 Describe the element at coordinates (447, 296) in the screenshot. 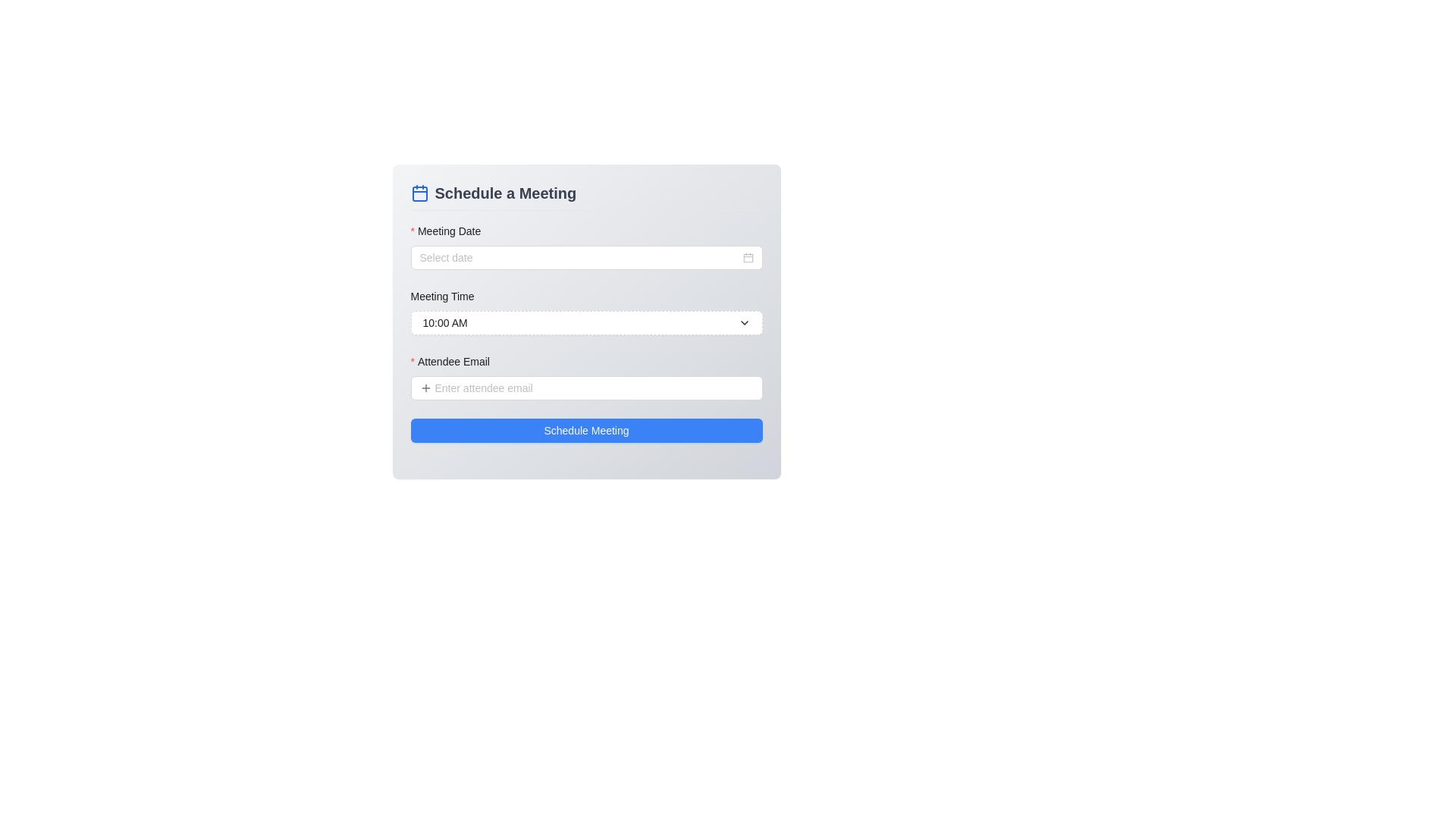

I see `the 'Meeting Time' label element, which is styled in black sans-serif font and is positioned directly beneath the 'Meeting Date' section` at that location.